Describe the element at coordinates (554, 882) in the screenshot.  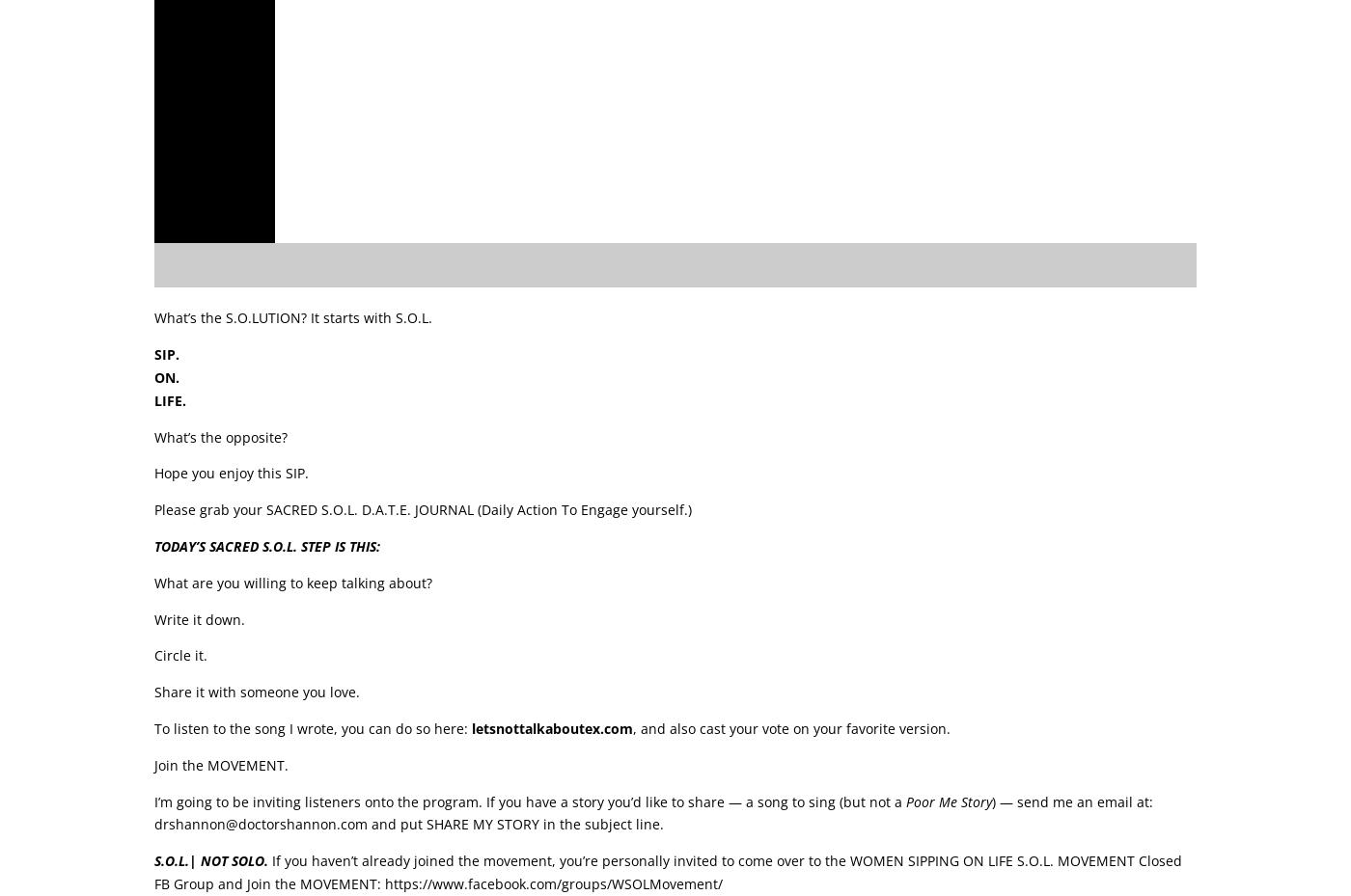
I see `'https://www.facebook.com/groups/WSOLMovement/'` at that location.